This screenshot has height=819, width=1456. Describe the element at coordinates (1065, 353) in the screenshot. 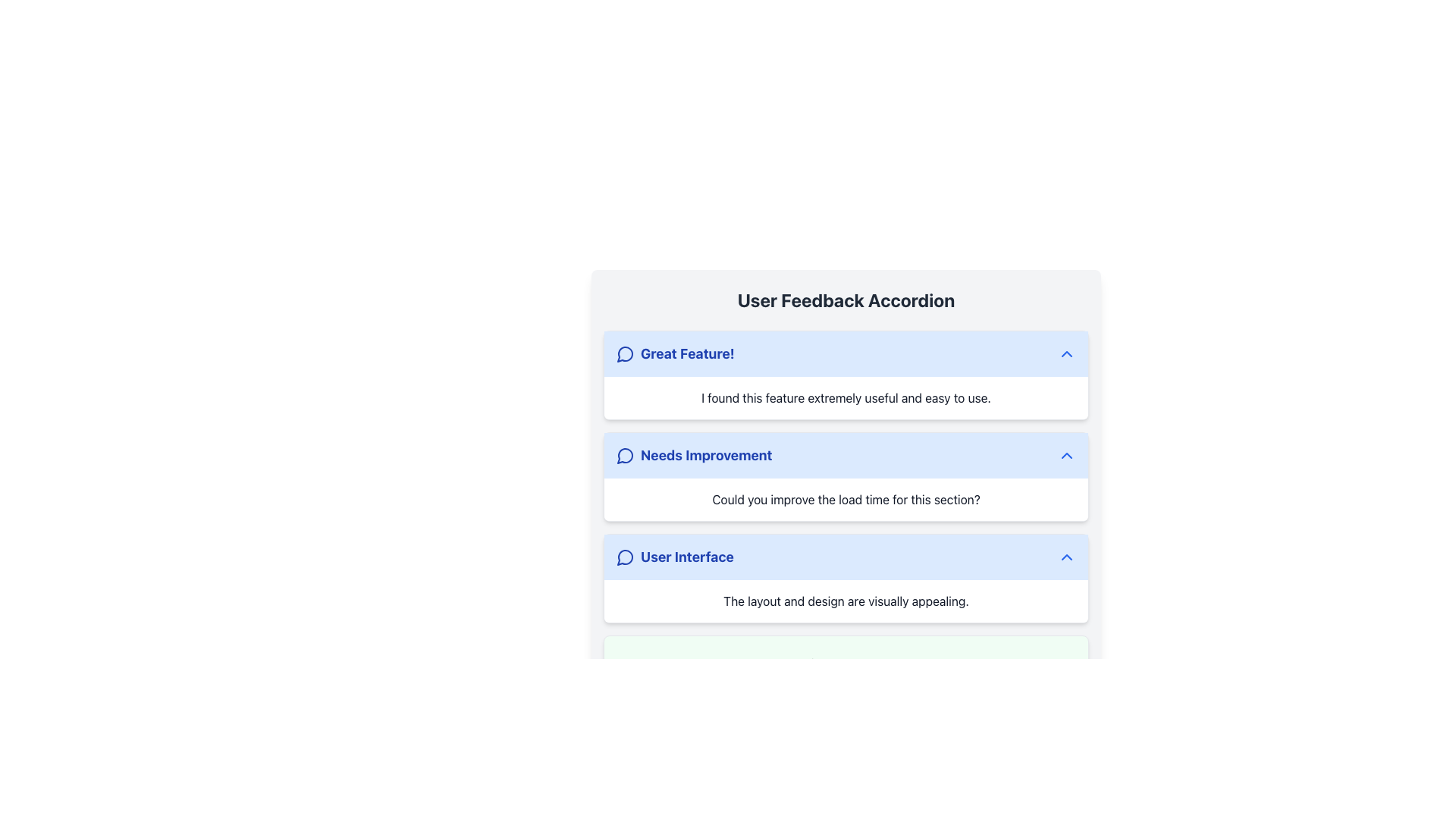

I see `the blue chevron-up icon located at the far right of the 'Great Feature!' section` at that location.